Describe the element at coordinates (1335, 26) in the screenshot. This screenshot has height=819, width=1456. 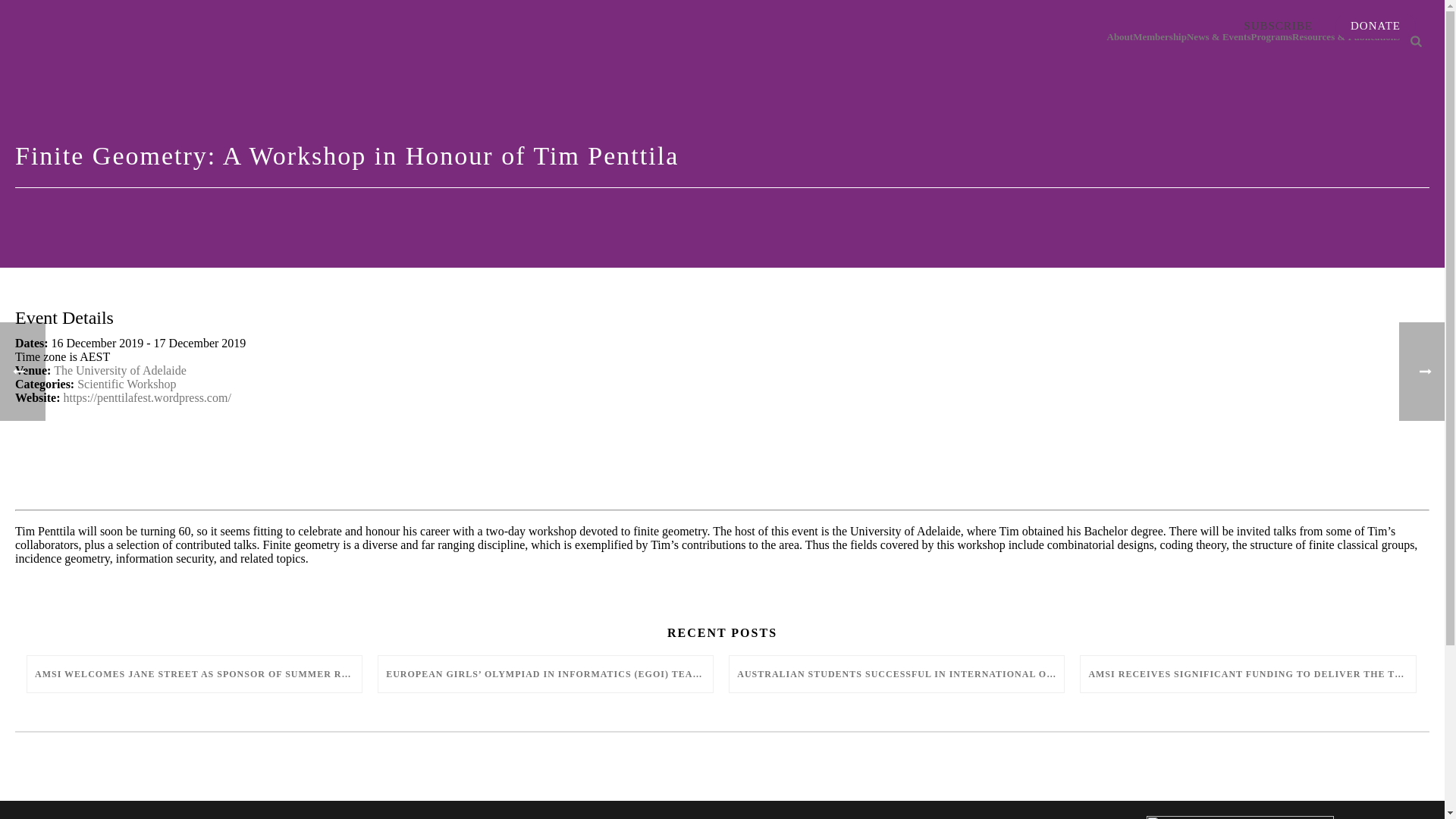
I see `'DONATE'` at that location.